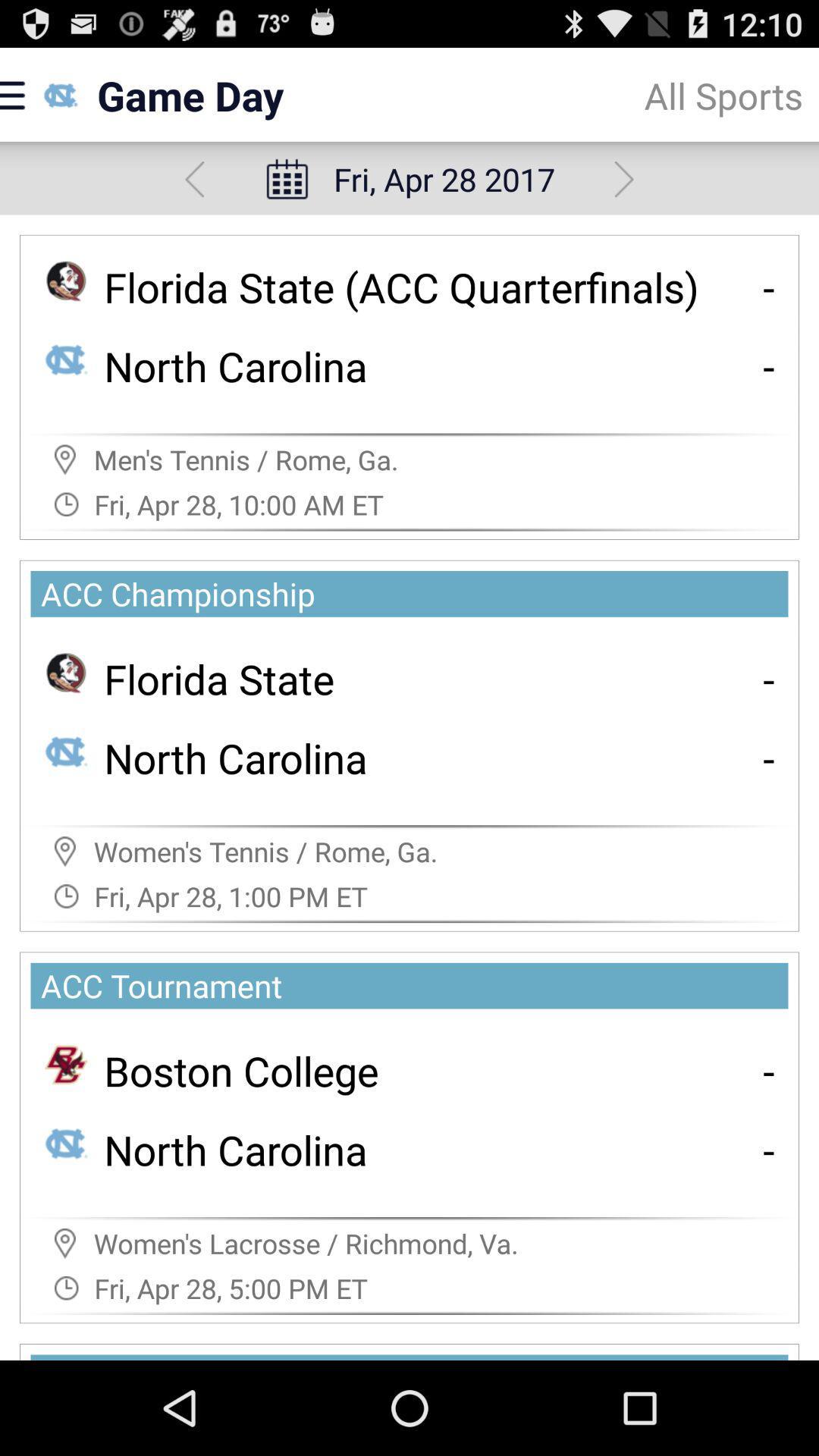 This screenshot has width=819, height=1456. Describe the element at coordinates (769, 1069) in the screenshot. I see `the item to the right of boston college app` at that location.